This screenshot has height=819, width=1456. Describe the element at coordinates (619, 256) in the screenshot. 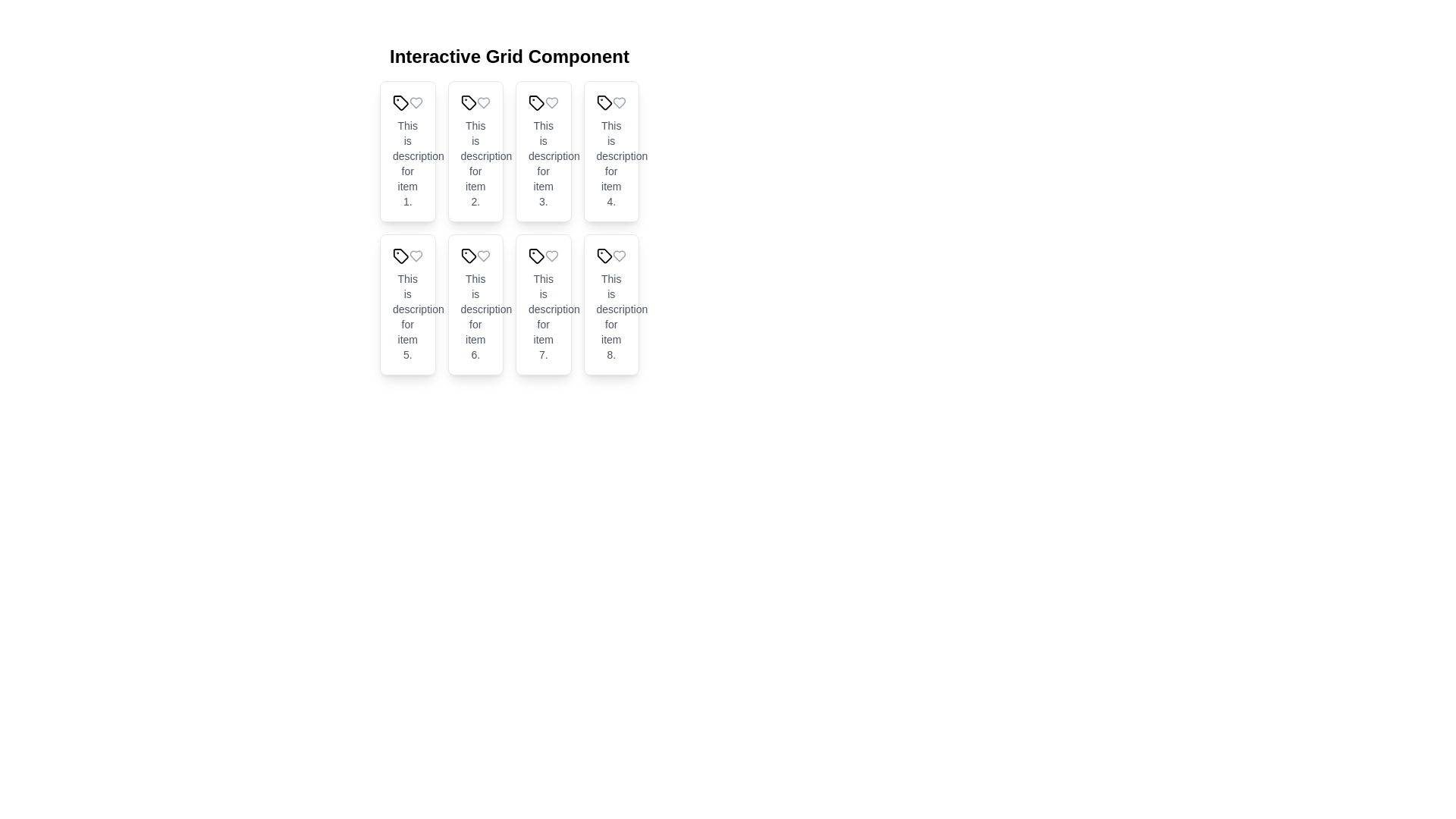

I see `the heart-shaped icon associated with the eighth item in the grid` at that location.